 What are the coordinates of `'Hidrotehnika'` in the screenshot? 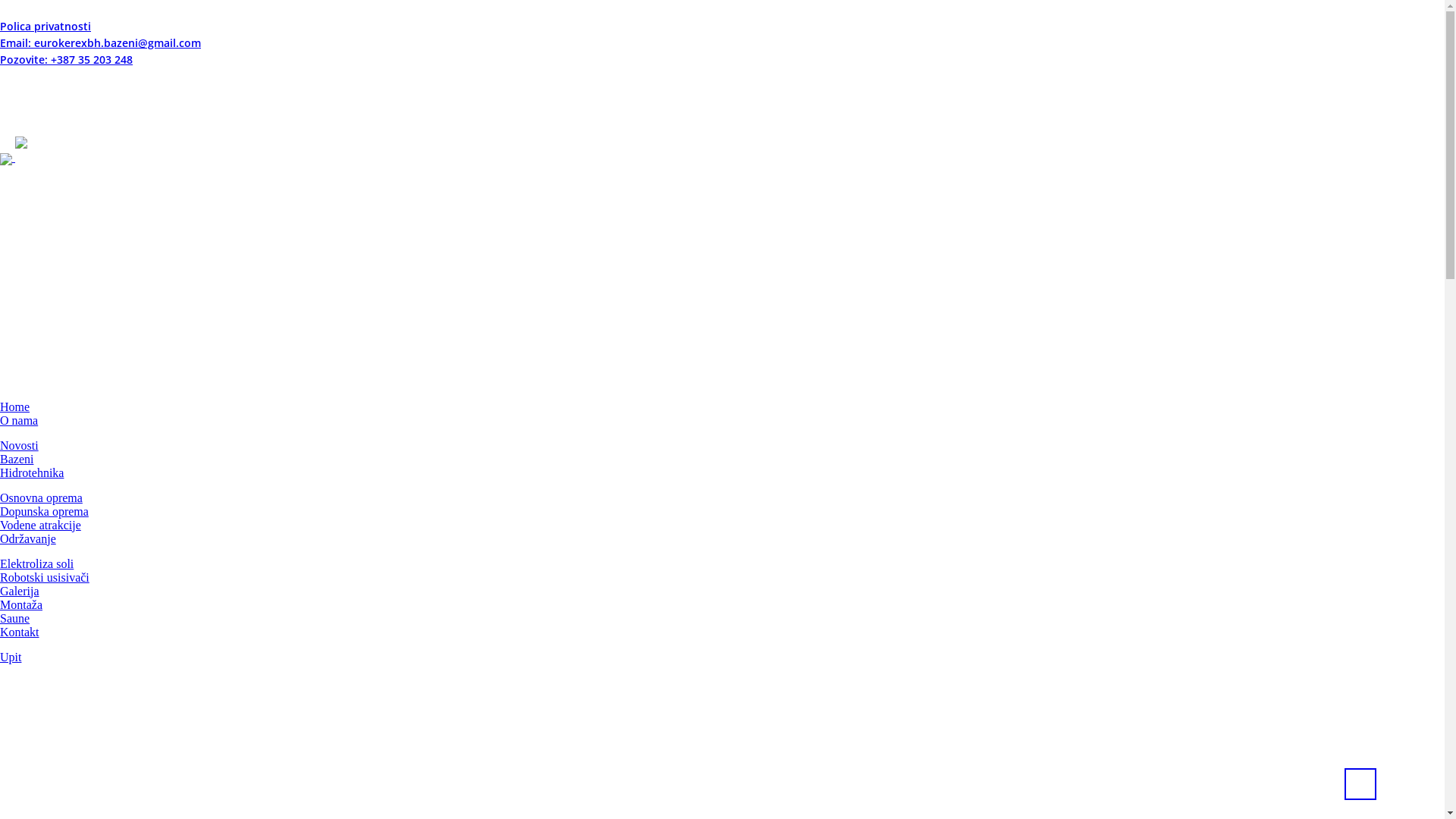 It's located at (32, 471).